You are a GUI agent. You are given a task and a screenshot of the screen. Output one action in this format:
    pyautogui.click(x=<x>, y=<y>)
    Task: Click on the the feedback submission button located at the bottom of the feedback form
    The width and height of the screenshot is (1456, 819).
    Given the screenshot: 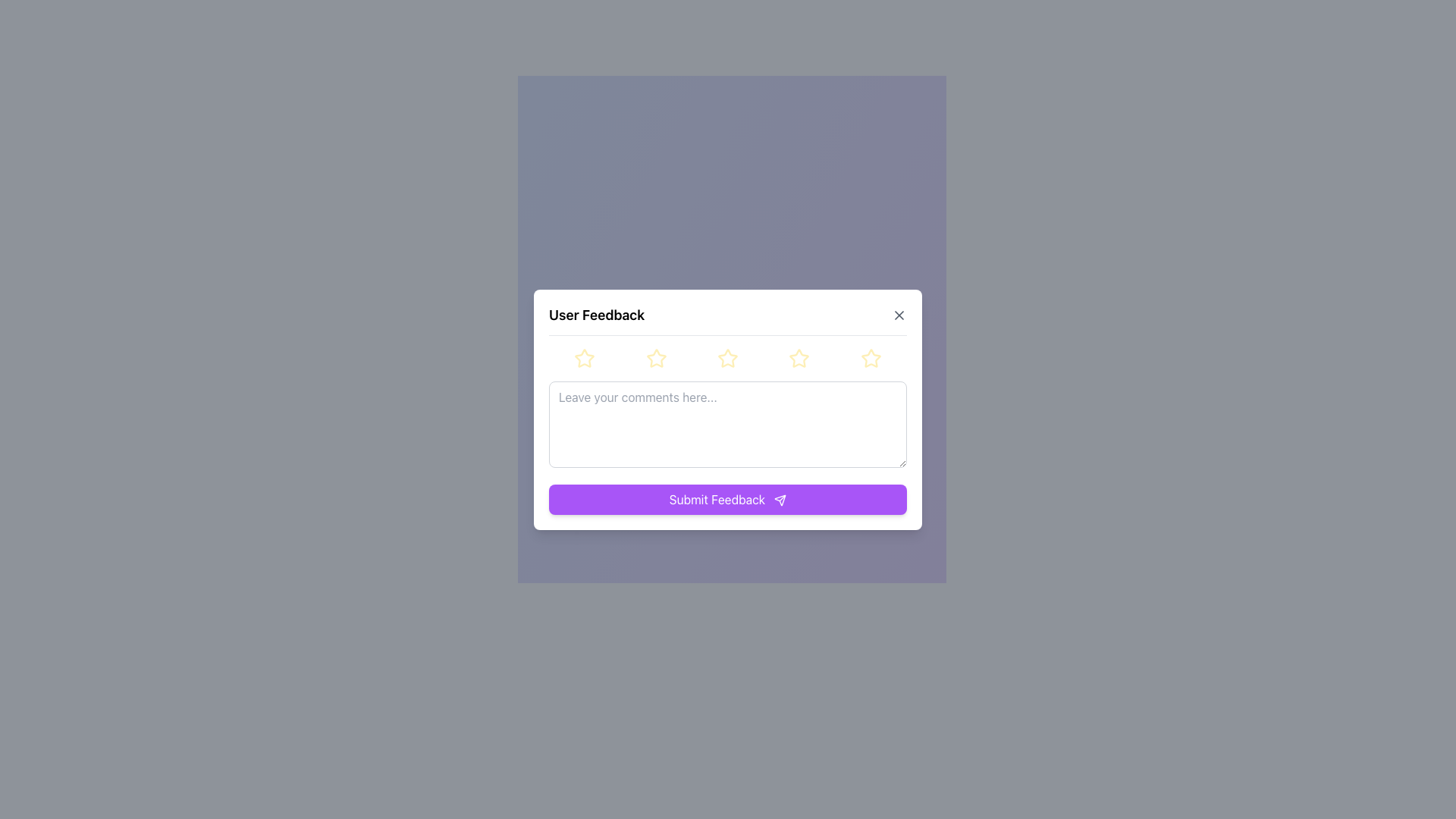 What is the action you would take?
    pyautogui.click(x=728, y=499)
    